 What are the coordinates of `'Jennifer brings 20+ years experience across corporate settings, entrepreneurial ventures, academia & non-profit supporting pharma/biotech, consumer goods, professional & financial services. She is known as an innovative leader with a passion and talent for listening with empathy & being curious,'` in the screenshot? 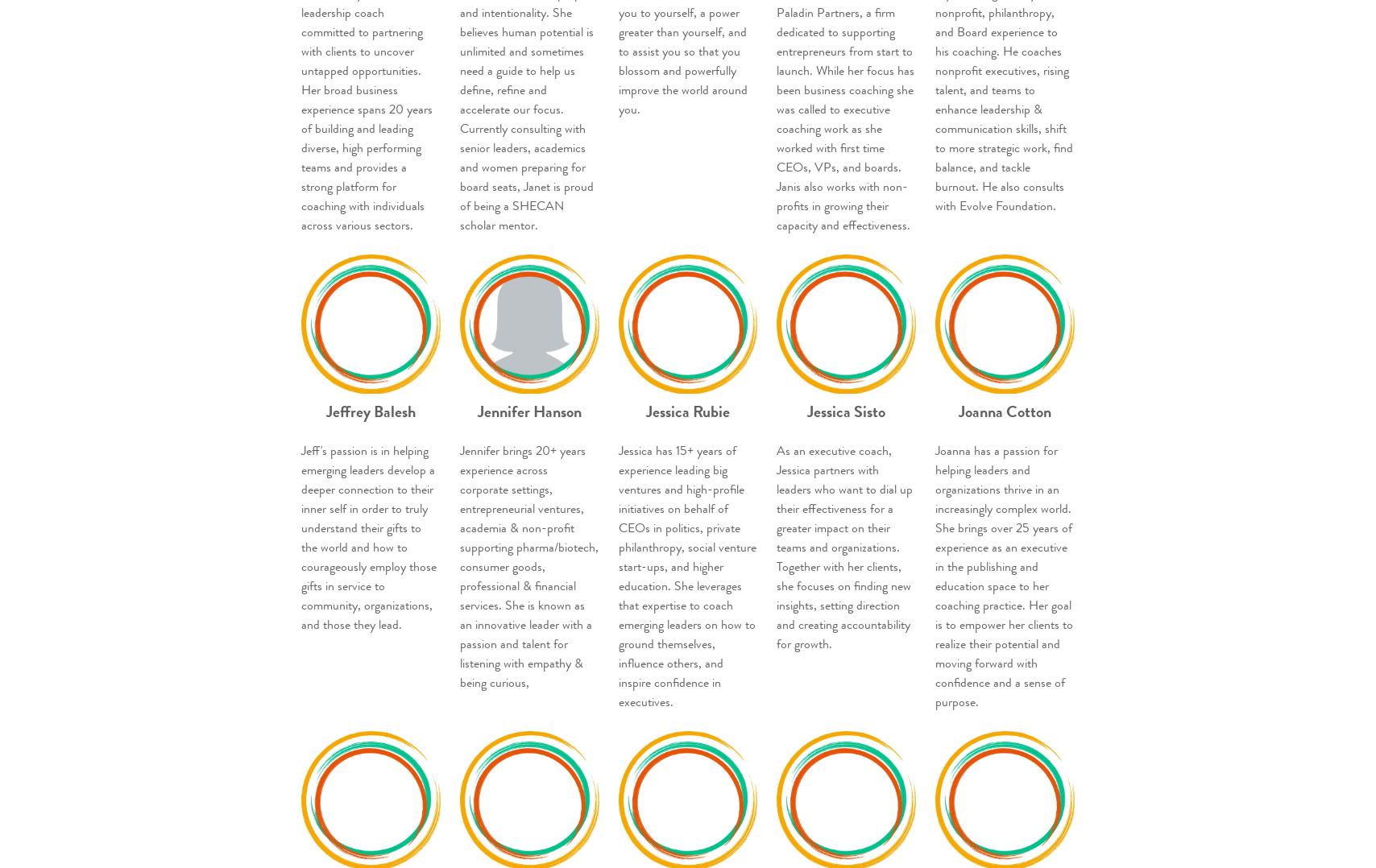 It's located at (528, 564).